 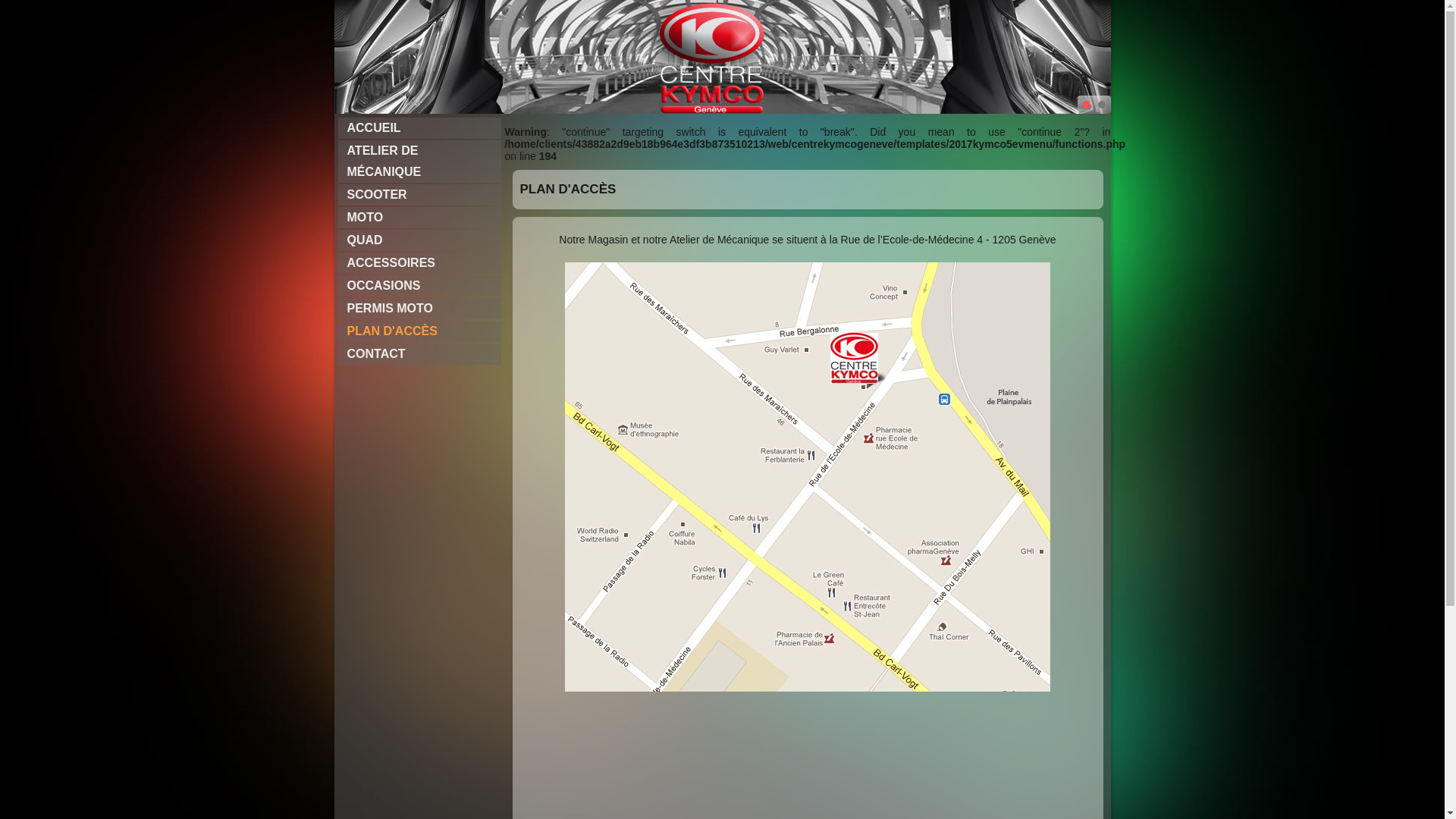 I want to click on 'ACCUEIL', so click(x=419, y=127).